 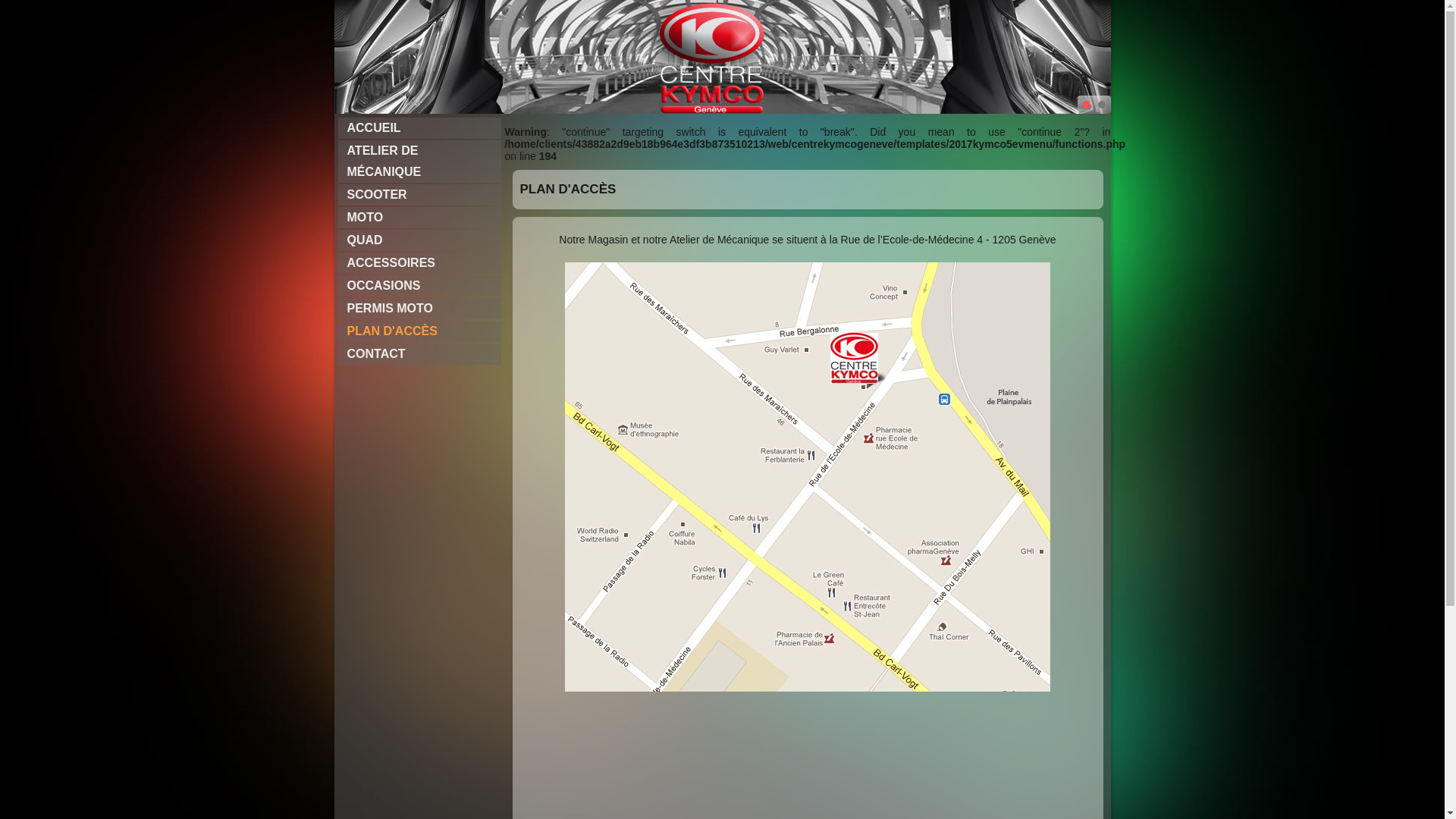 I want to click on 'ACCUEIL', so click(x=419, y=127).